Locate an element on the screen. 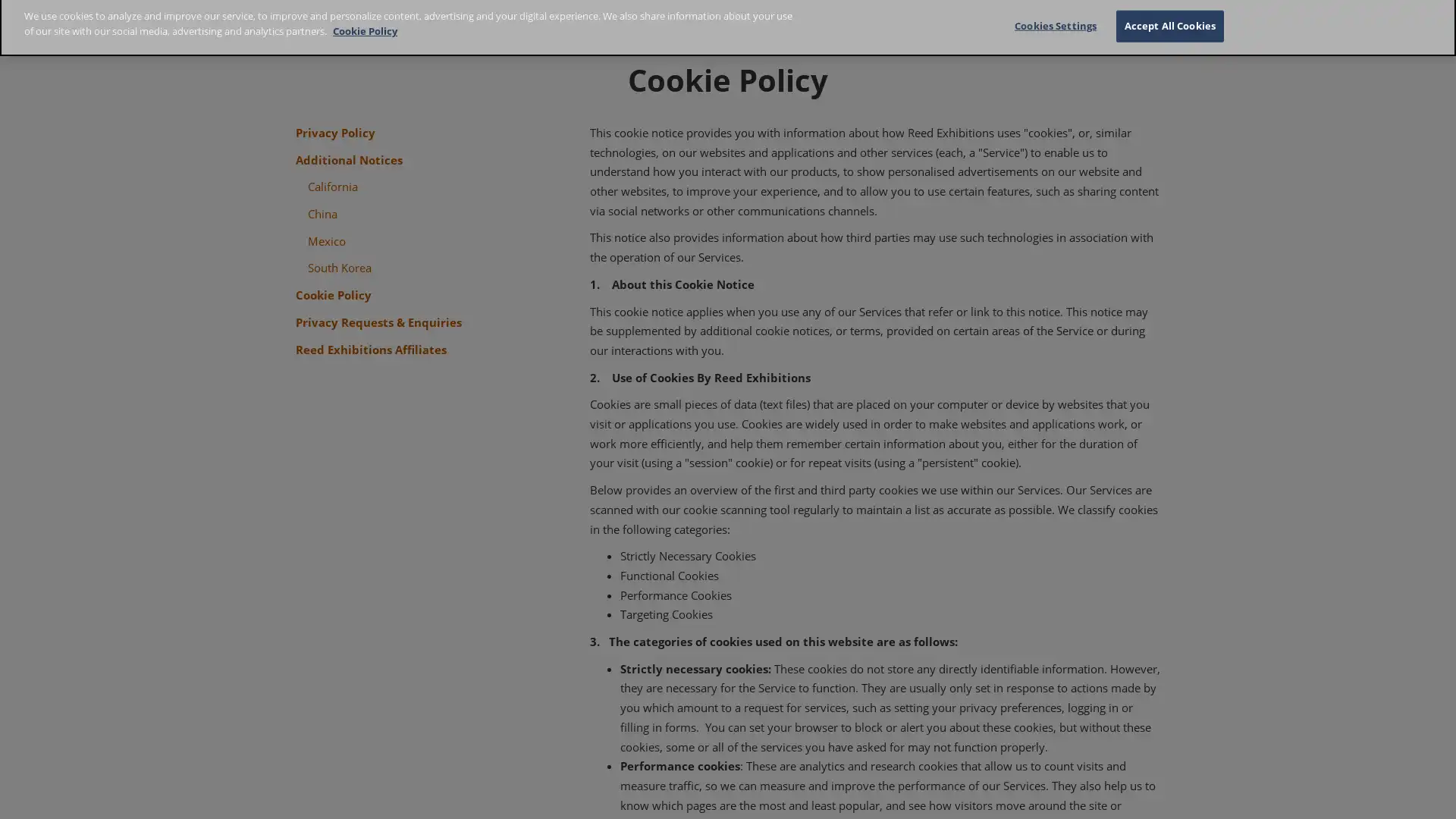 The height and width of the screenshot is (819, 1456). Cookies Settings is located at coordinates (1054, 32).